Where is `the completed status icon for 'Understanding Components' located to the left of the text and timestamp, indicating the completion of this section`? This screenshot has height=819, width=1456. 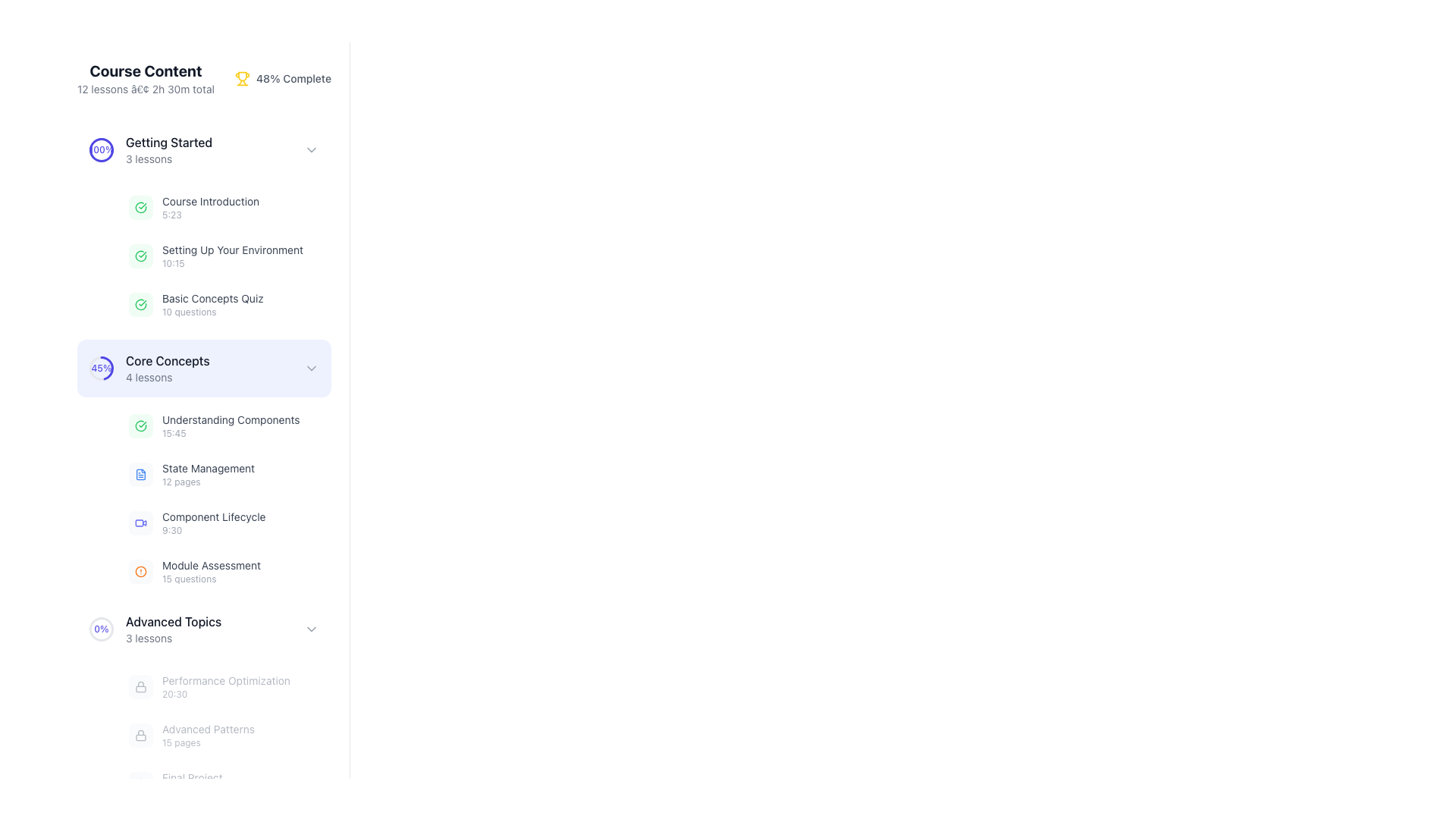 the completed status icon for 'Understanding Components' located to the left of the text and timestamp, indicating the completion of this section is located at coordinates (141, 426).